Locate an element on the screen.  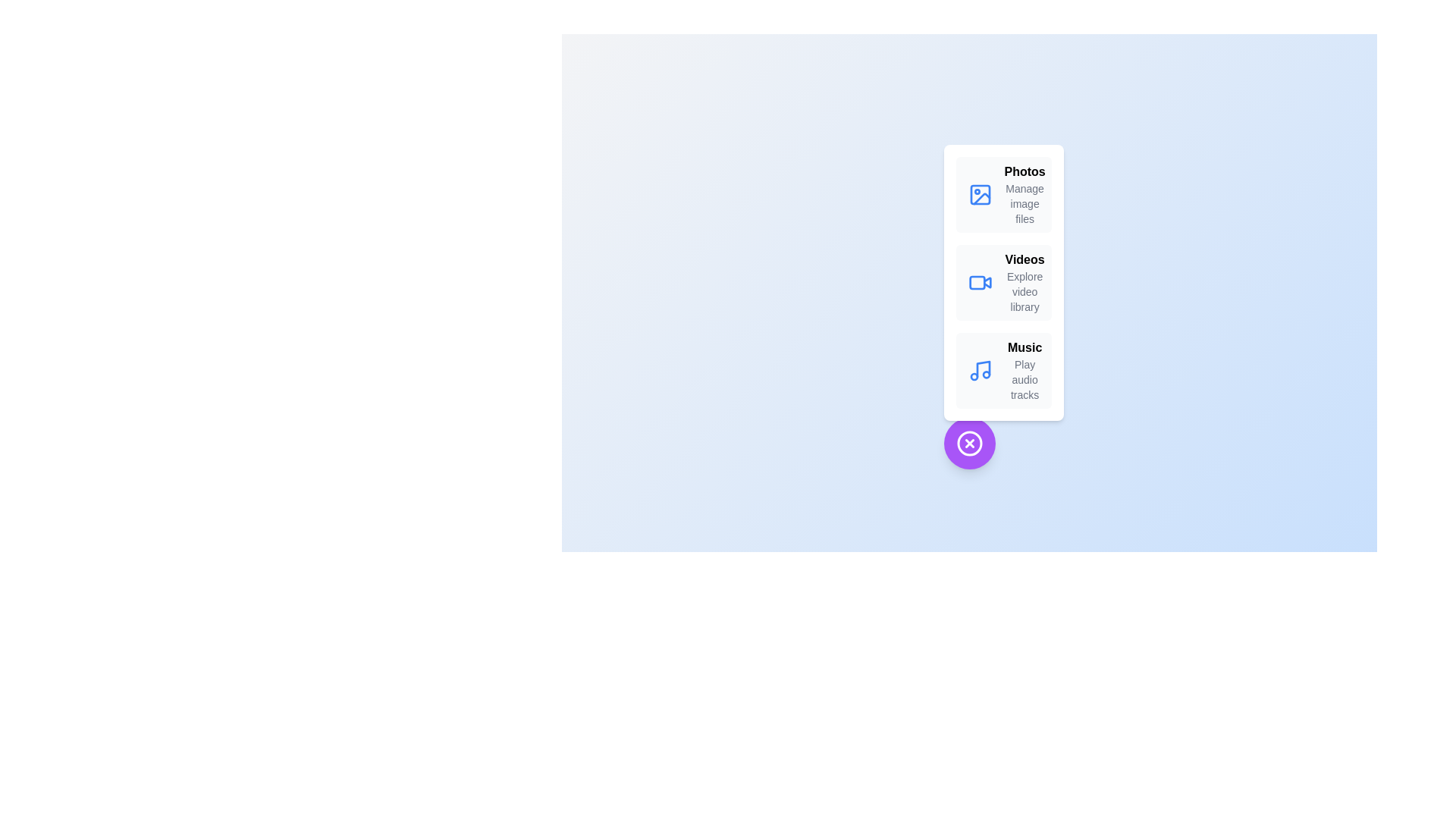
the purple circular button to toggle the main menu is located at coordinates (968, 444).